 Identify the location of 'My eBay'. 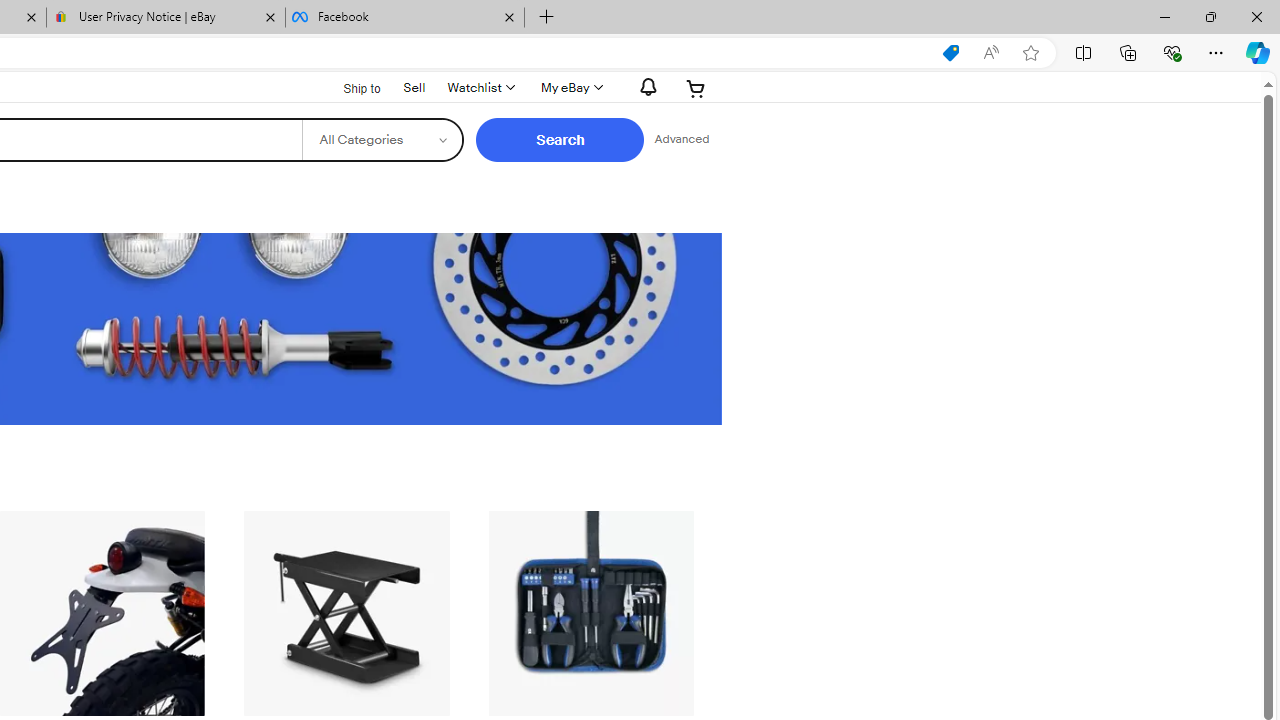
(569, 87).